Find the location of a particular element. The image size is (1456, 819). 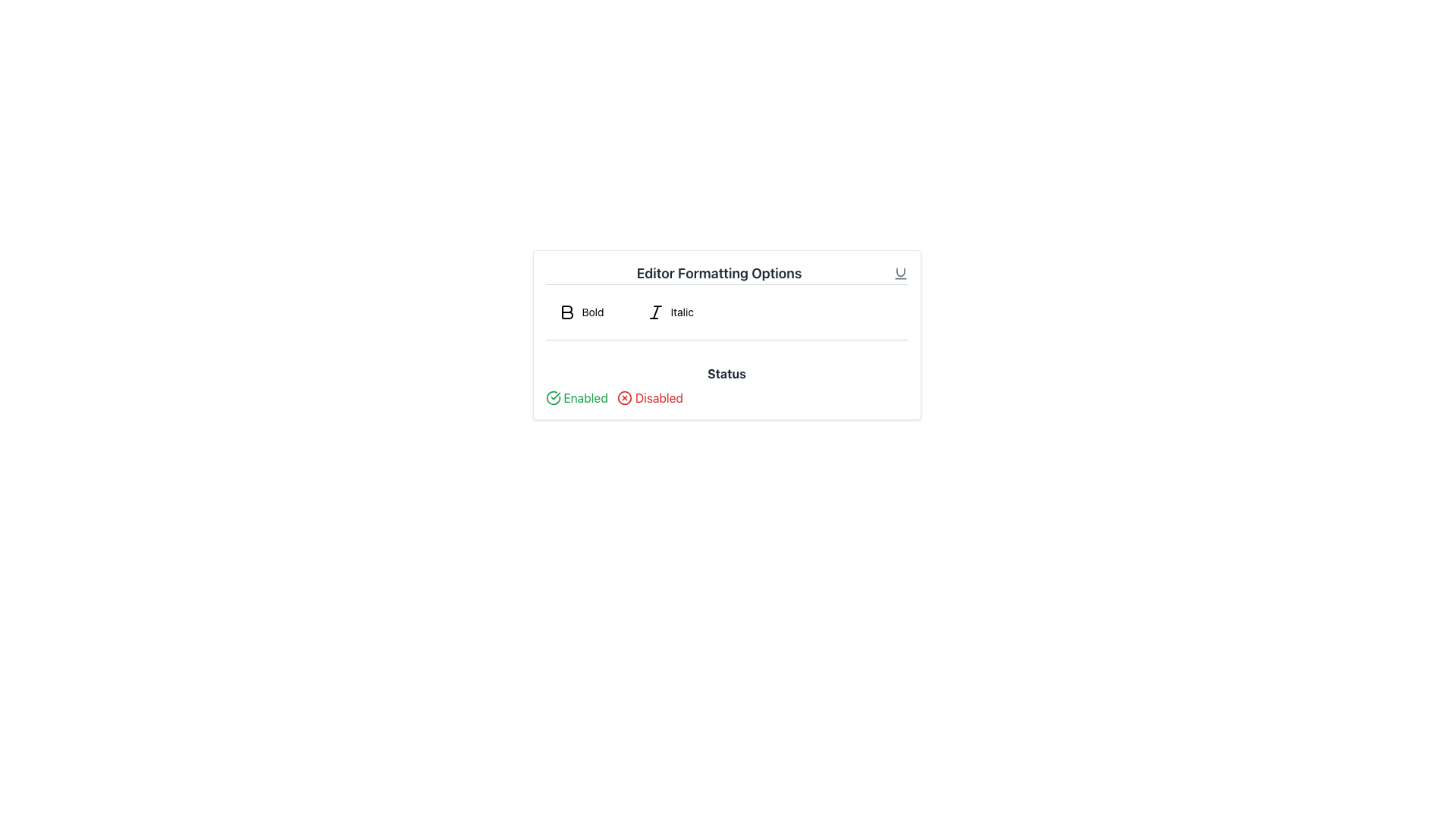

the 'Enabled' and 'Disabled' text labels in the Status section, which are styled in green and red respectively is located at coordinates (726, 397).